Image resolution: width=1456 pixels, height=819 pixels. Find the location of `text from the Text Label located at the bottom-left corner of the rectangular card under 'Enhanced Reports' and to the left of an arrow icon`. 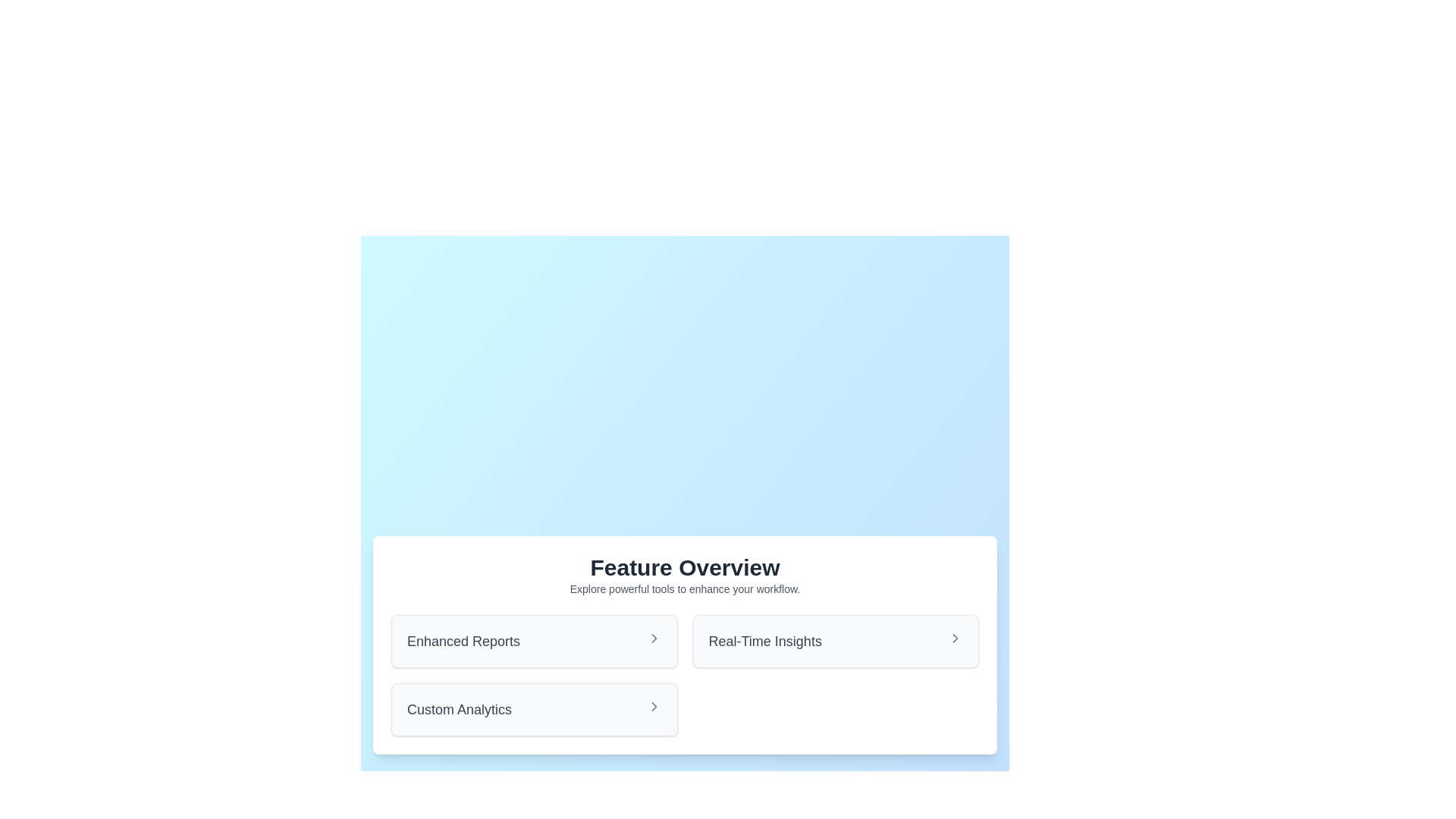

text from the Text Label located at the bottom-left corner of the rectangular card under 'Enhanced Reports' and to the left of an arrow icon is located at coordinates (458, 710).